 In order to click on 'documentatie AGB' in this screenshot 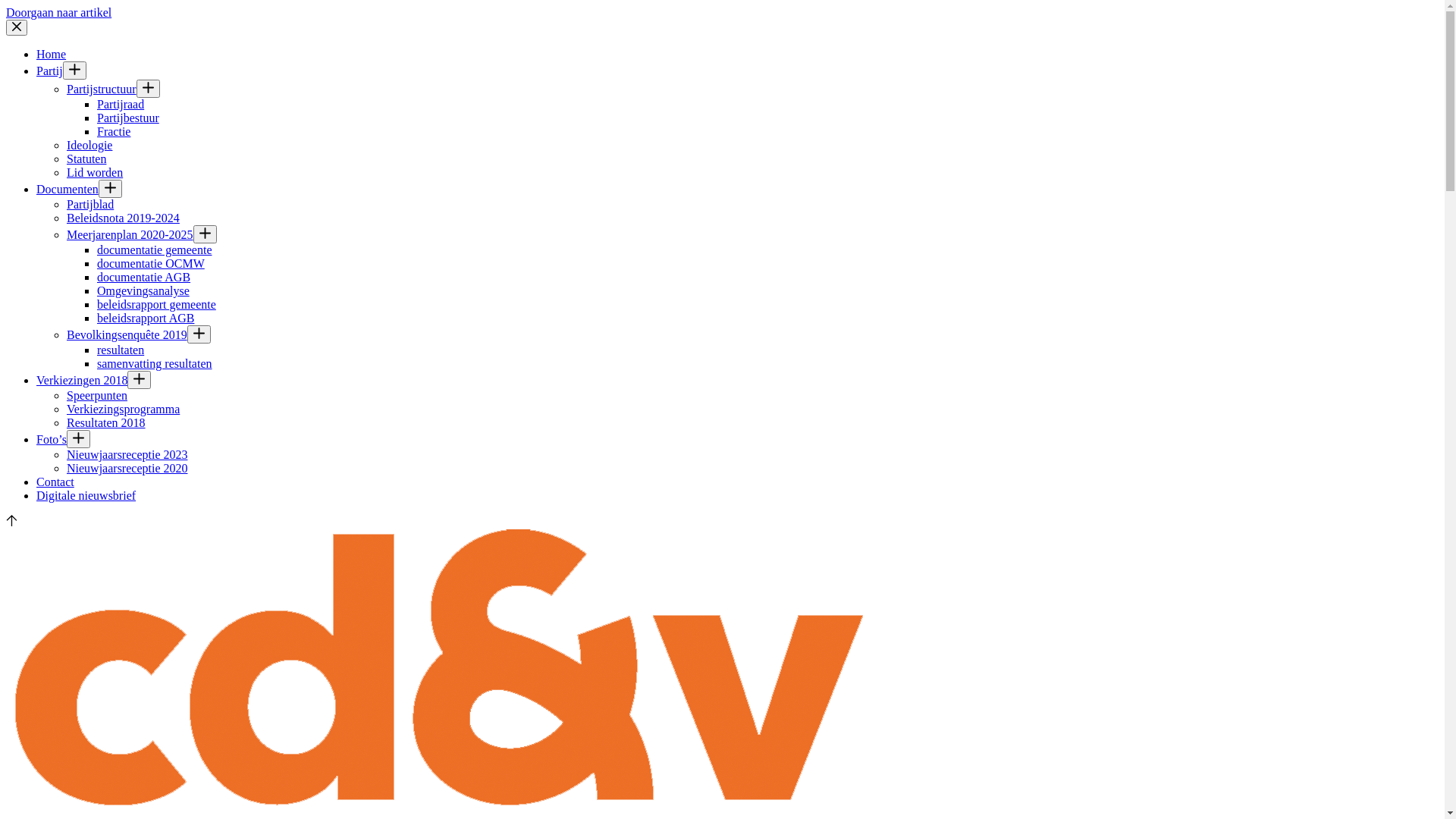, I will do `click(143, 277)`.